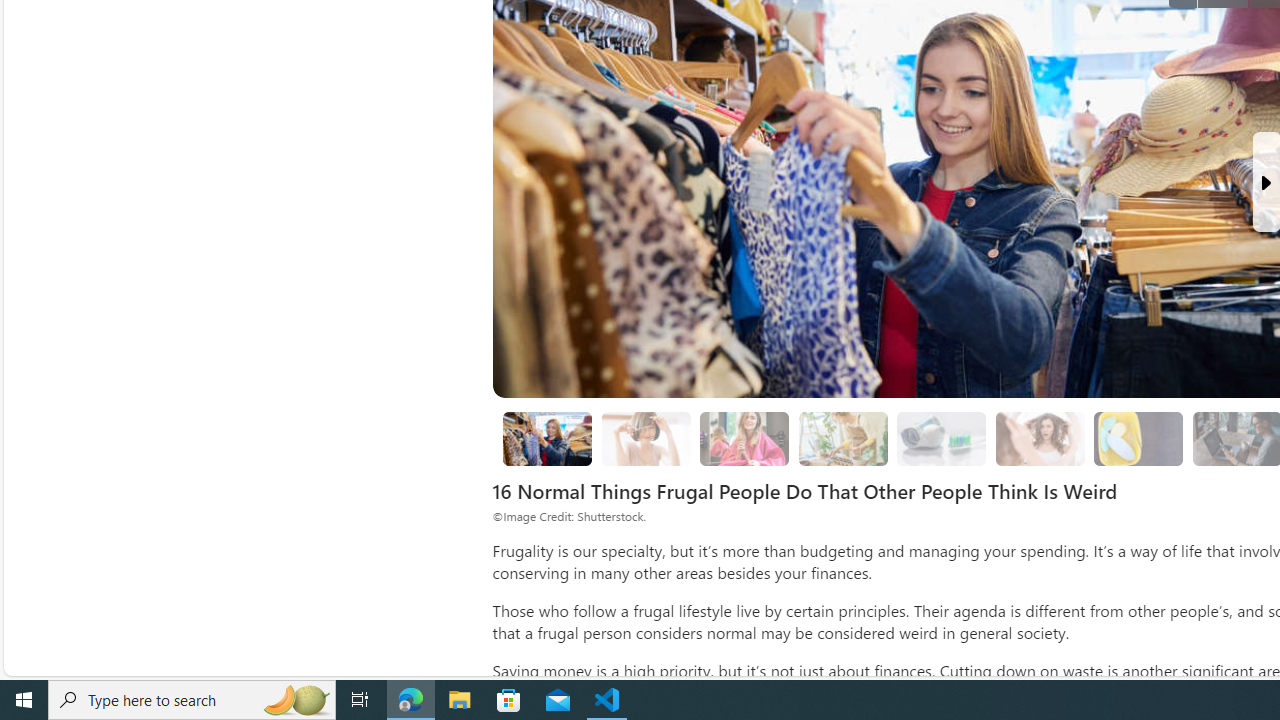 This screenshot has height=720, width=1280. Describe the element at coordinates (1138, 434) in the screenshot. I see `'Class: progress'` at that location.